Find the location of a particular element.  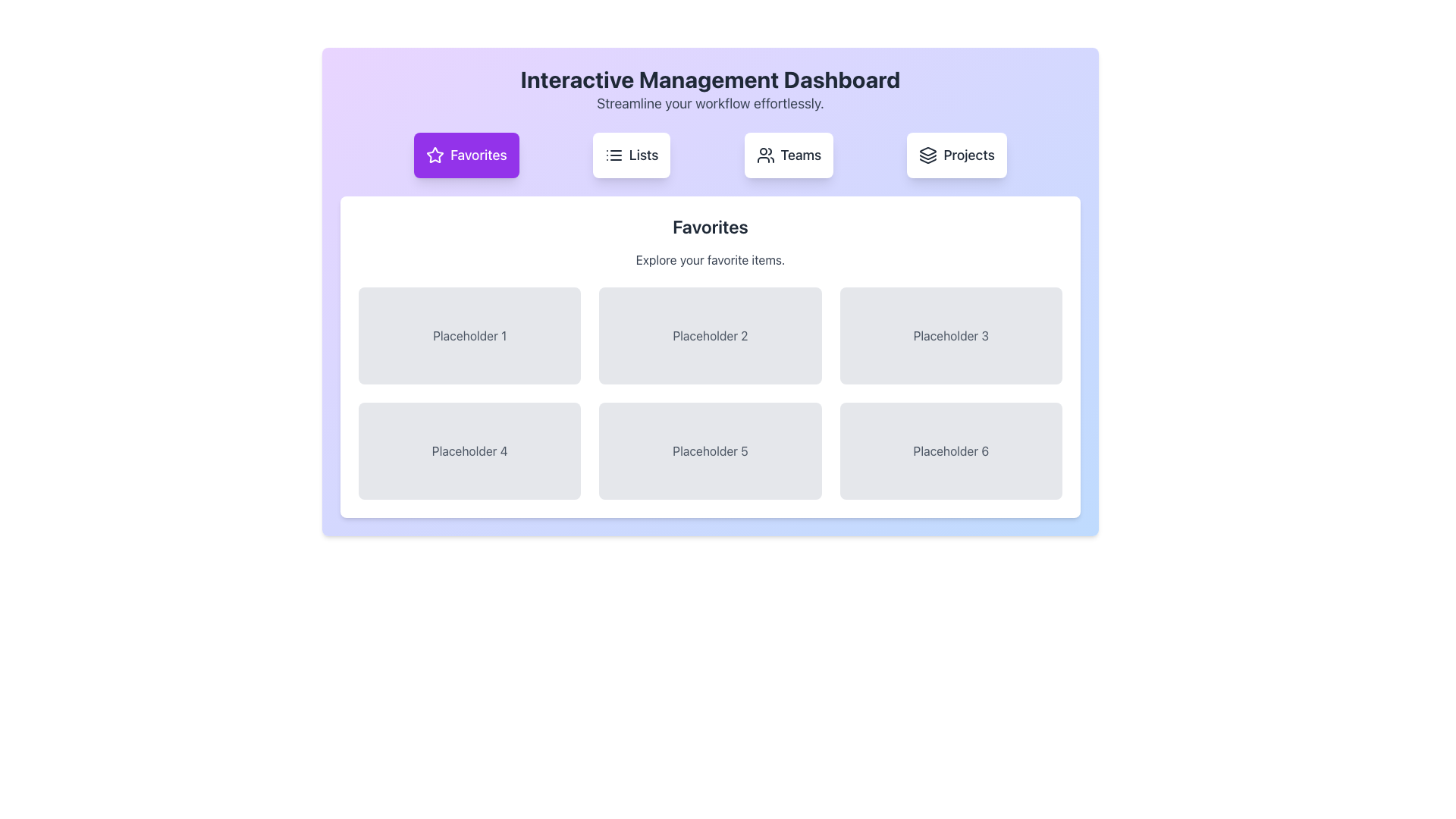

the first card in the grid layout located at the top-left corner is located at coordinates (469, 335).